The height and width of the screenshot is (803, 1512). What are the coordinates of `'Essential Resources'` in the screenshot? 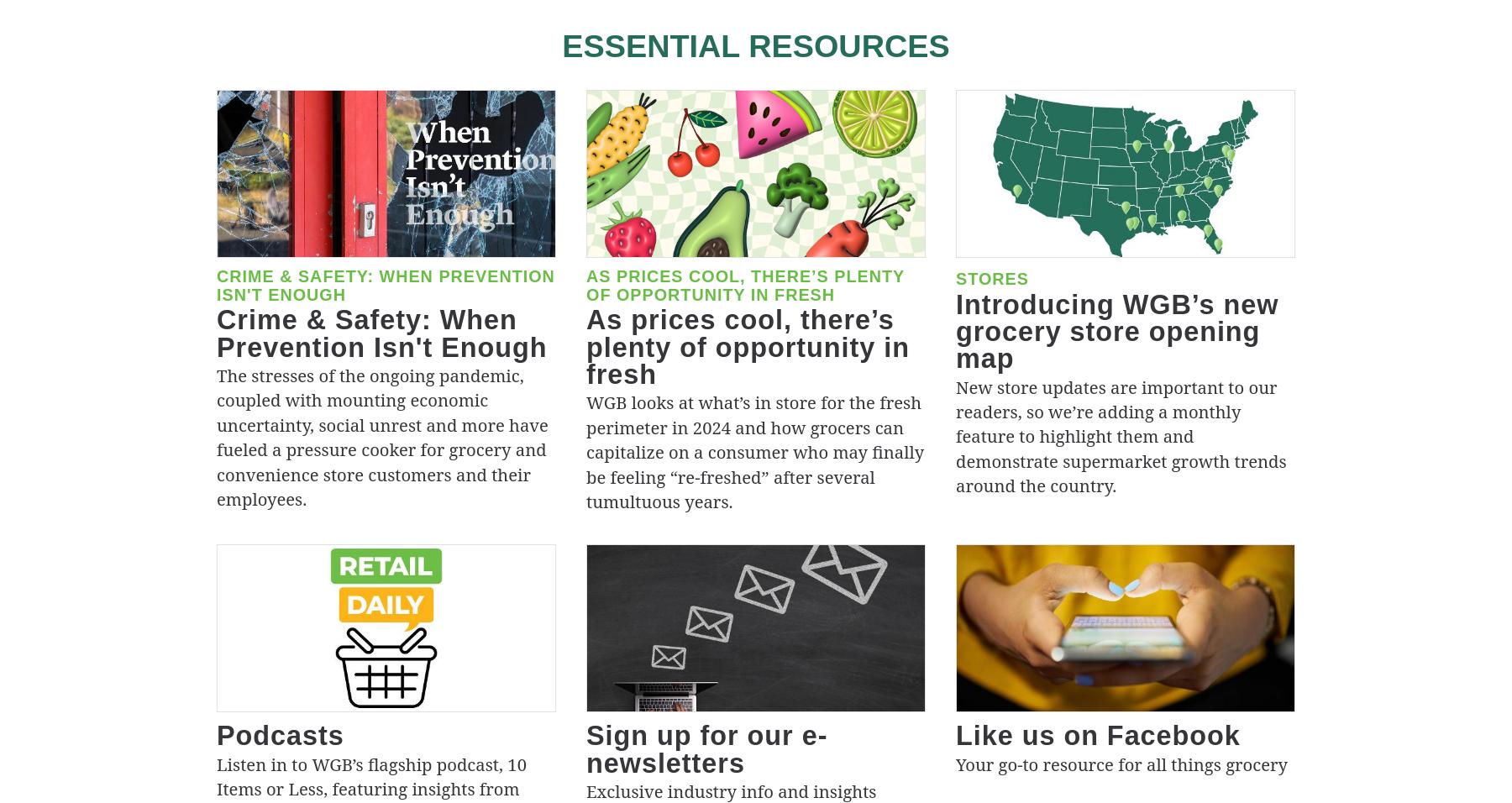 It's located at (755, 45).